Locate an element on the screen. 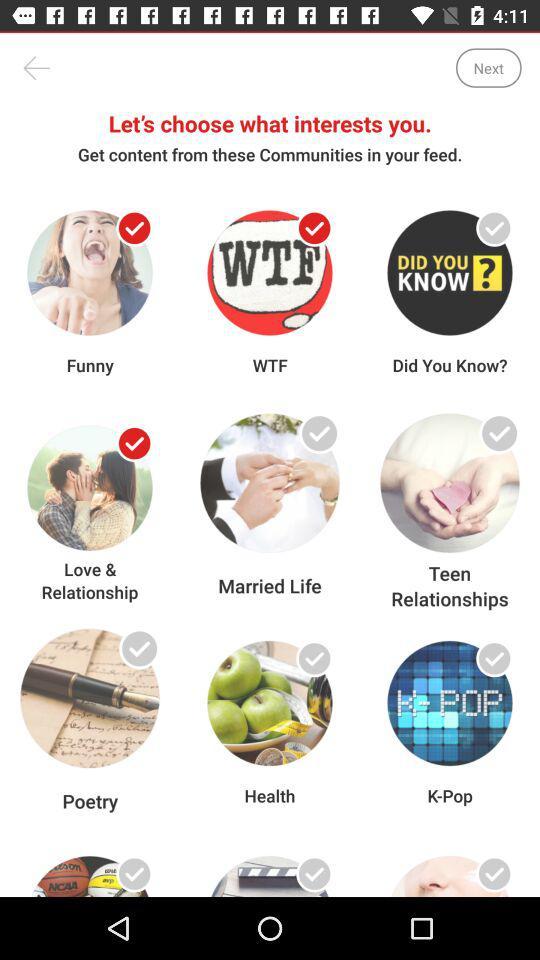 This screenshot has height=960, width=540. the topic is located at coordinates (314, 873).